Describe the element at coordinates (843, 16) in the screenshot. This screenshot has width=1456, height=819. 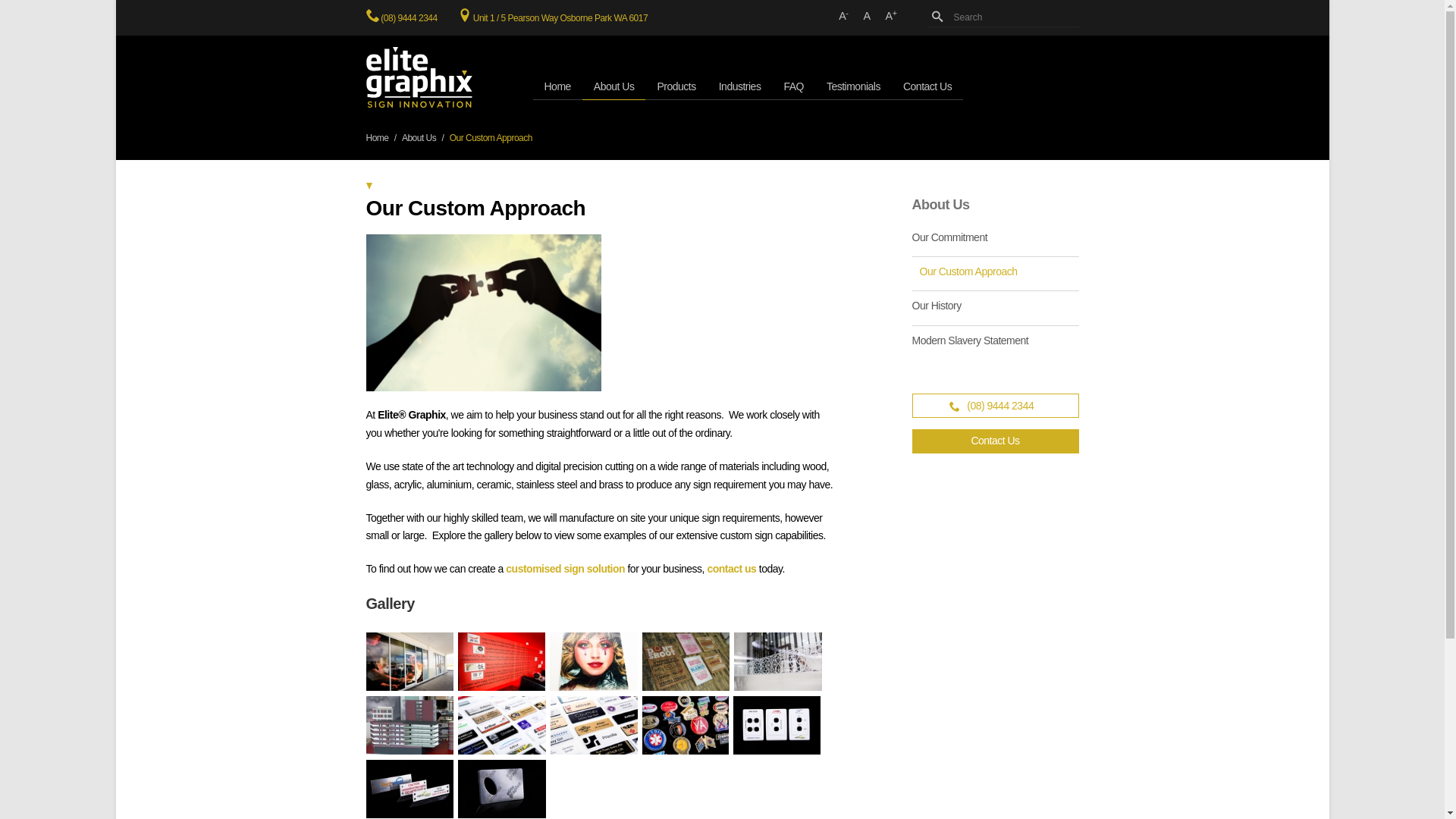
I see `'A-'` at that location.